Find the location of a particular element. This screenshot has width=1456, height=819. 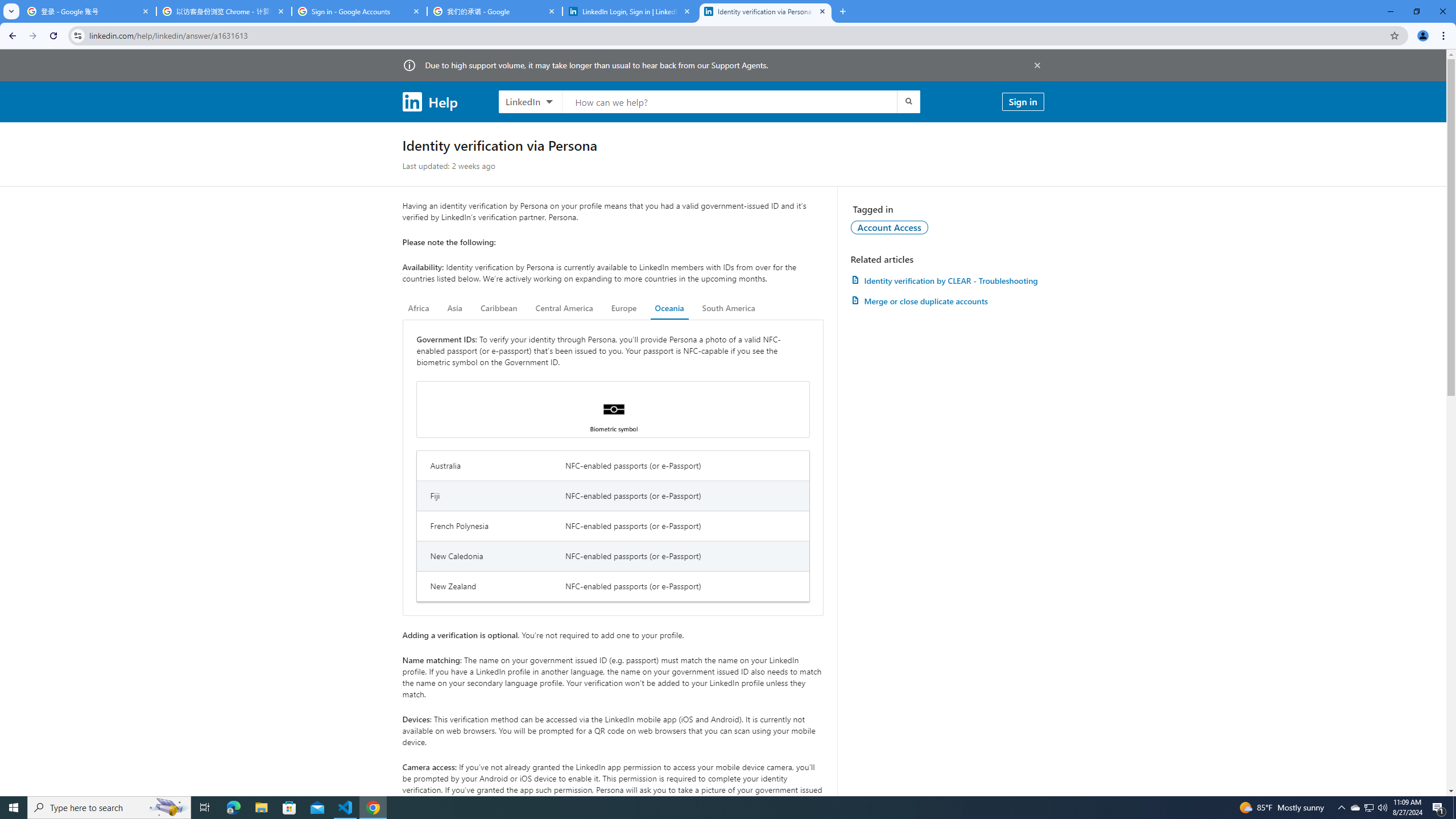

'Europe' is located at coordinates (623, 308).